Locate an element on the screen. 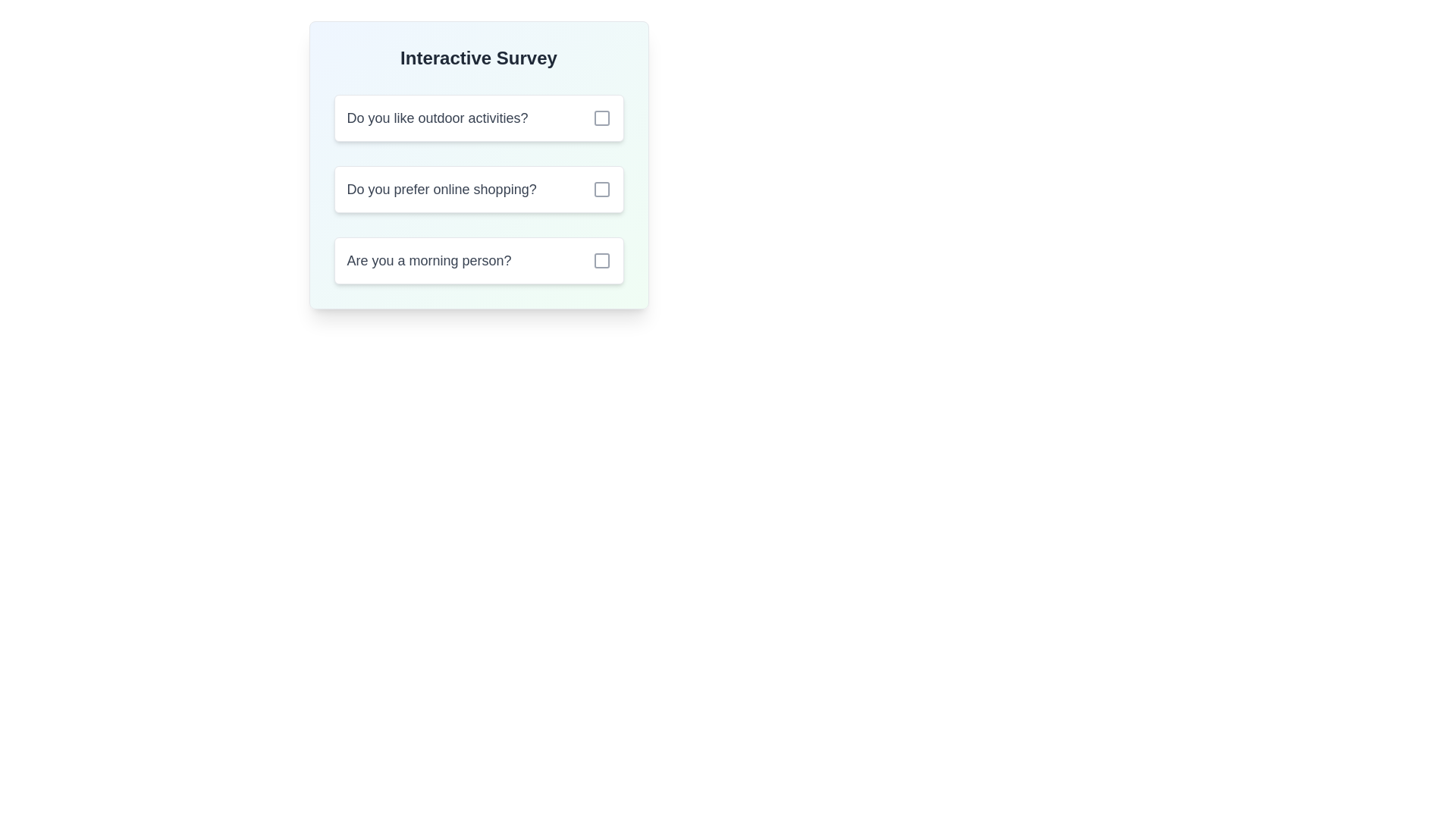  the checkbox indicator for the question 'Do you like outdoor activities?' is located at coordinates (601, 117).